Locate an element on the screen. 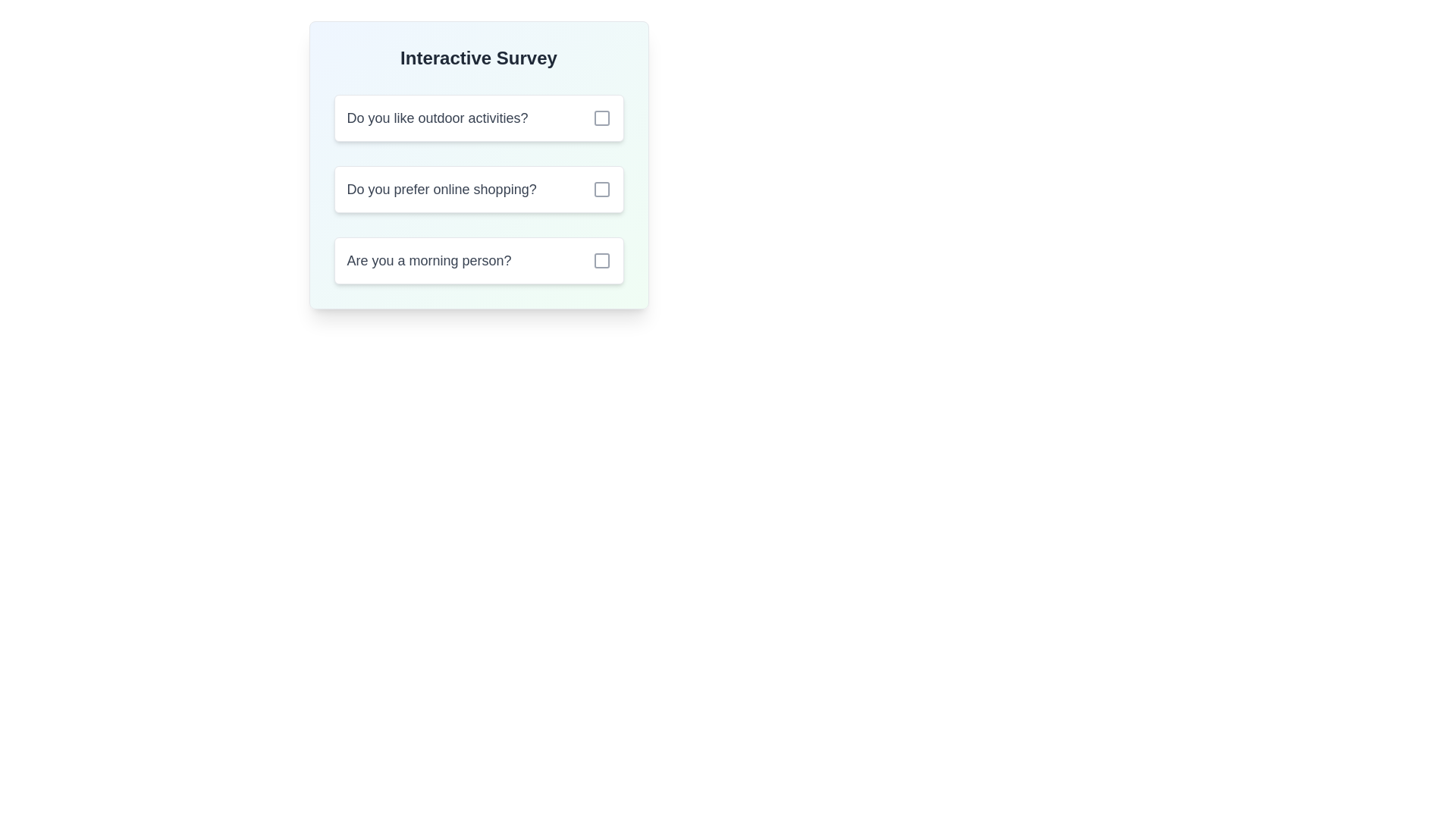  the checkbox indicator for the question 'Do you like outdoor activities?' is located at coordinates (601, 117).